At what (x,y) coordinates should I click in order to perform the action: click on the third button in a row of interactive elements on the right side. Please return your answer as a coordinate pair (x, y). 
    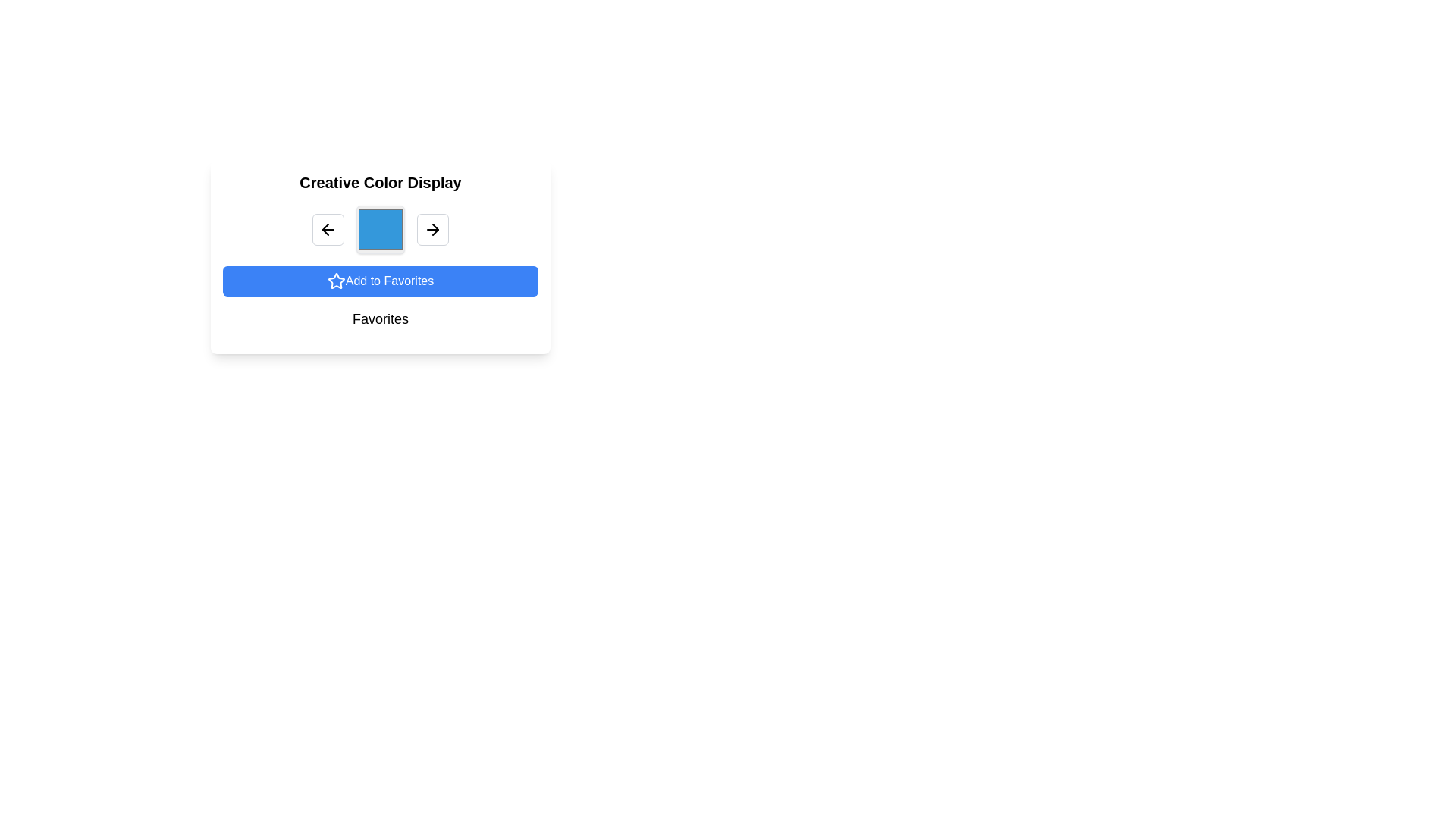
    Looking at the image, I should click on (432, 230).